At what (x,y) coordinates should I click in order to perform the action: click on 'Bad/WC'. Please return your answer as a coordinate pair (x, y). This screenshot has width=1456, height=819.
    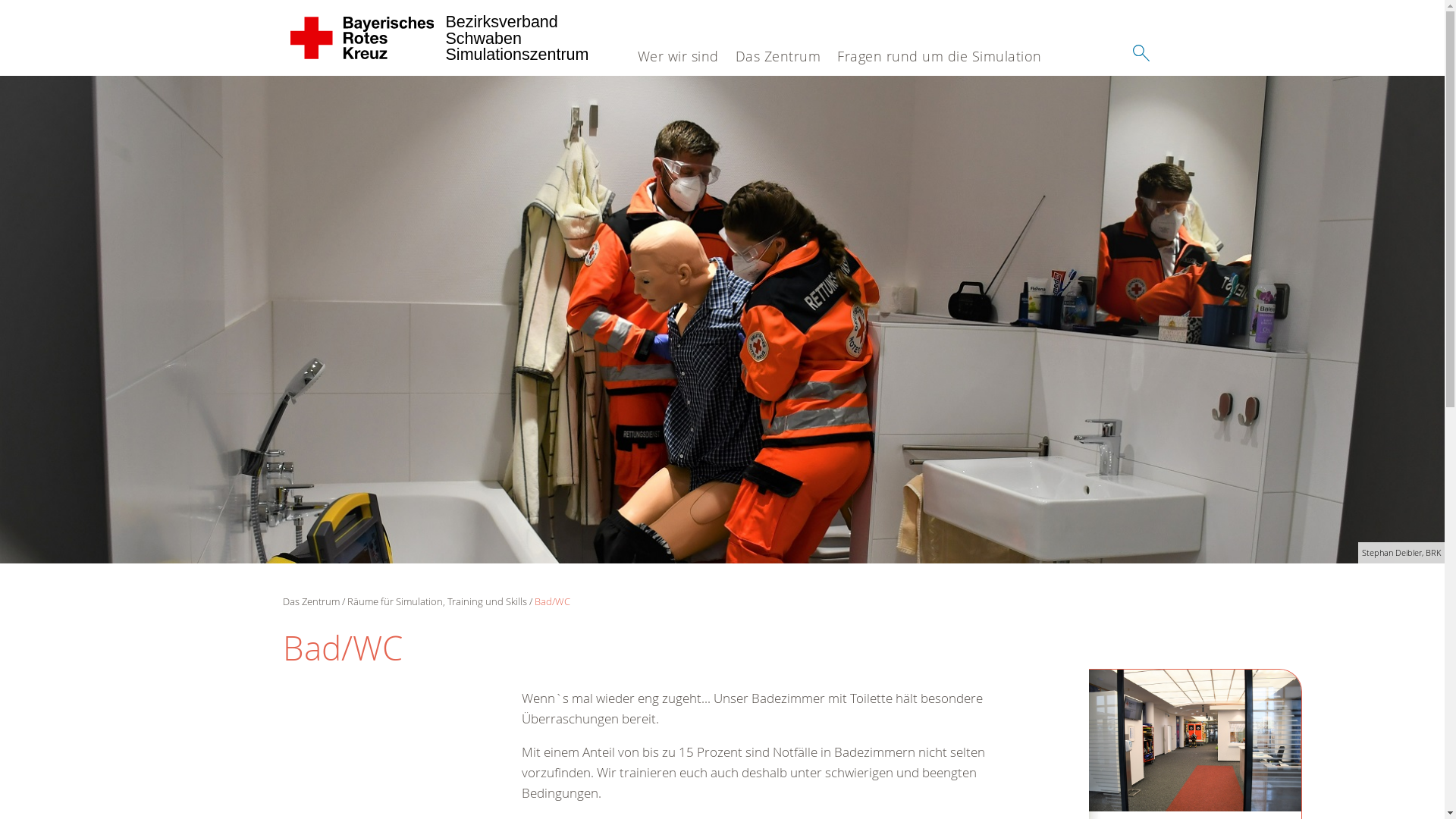
    Looking at the image, I should click on (721, 318).